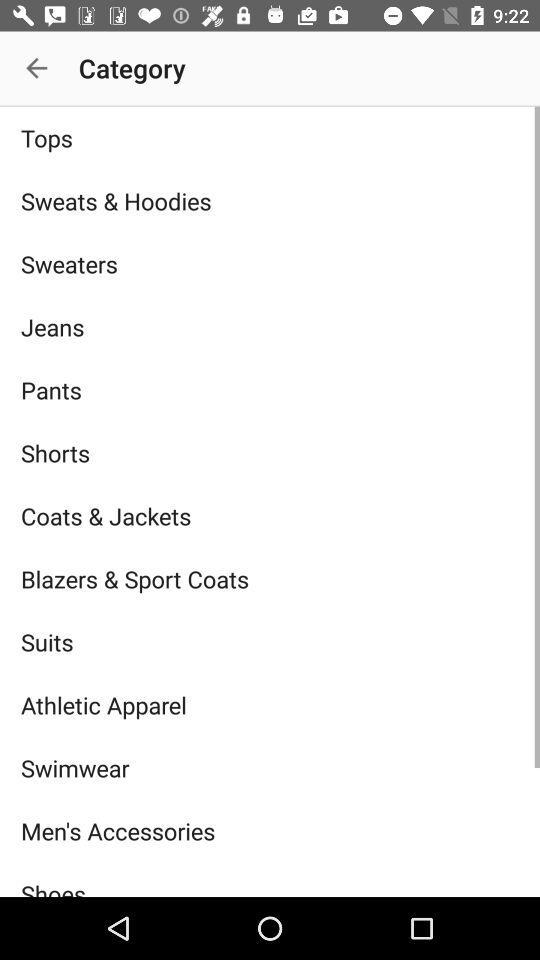 This screenshot has height=960, width=540. Describe the element at coordinates (36, 68) in the screenshot. I see `item above tops icon` at that location.